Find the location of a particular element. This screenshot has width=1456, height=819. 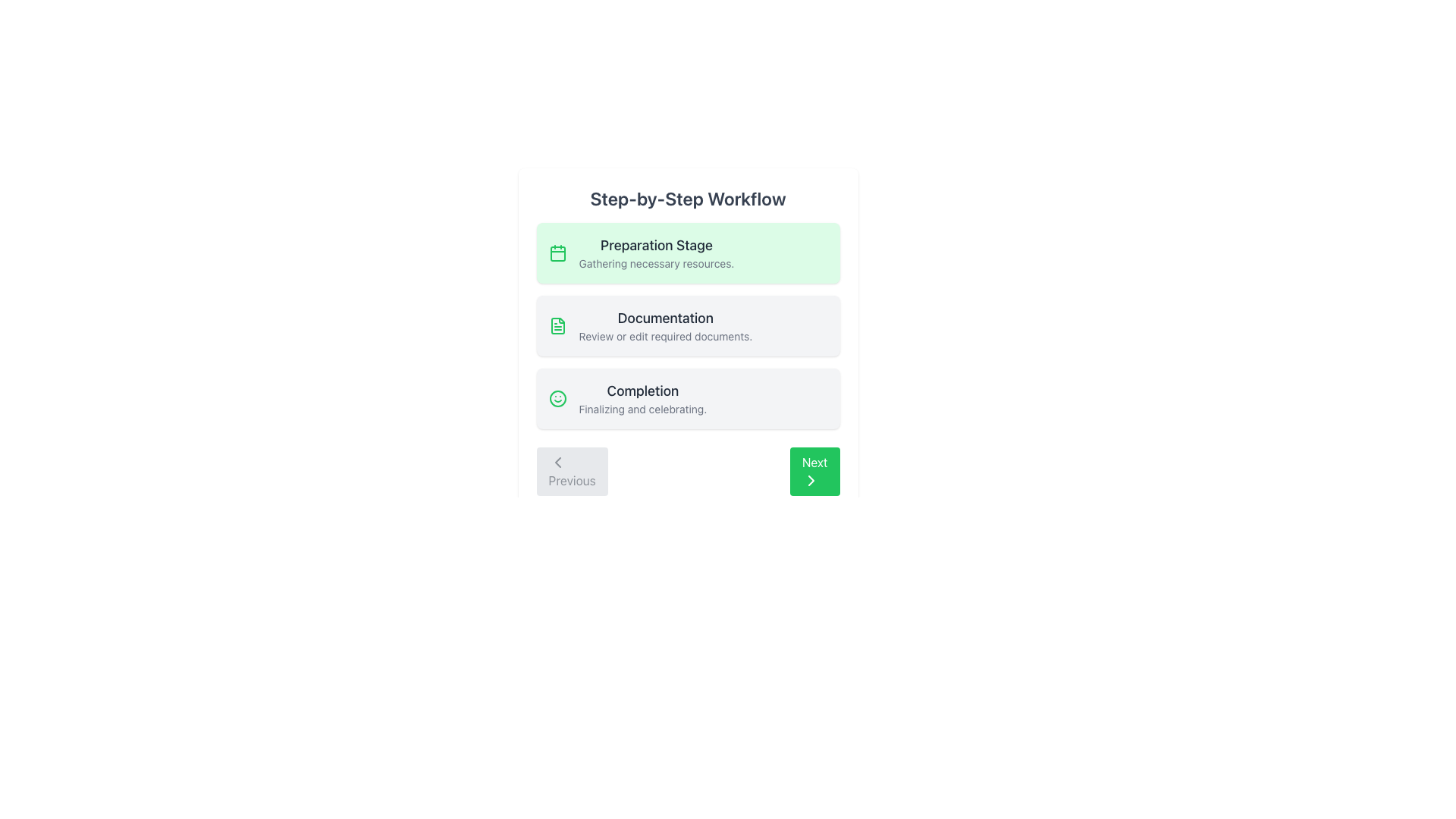

the vertical list containing three workflow steps, located under the 'Step-by-Step Workflow' header and above the 'Previous' and 'Next' buttons is located at coordinates (687, 325).